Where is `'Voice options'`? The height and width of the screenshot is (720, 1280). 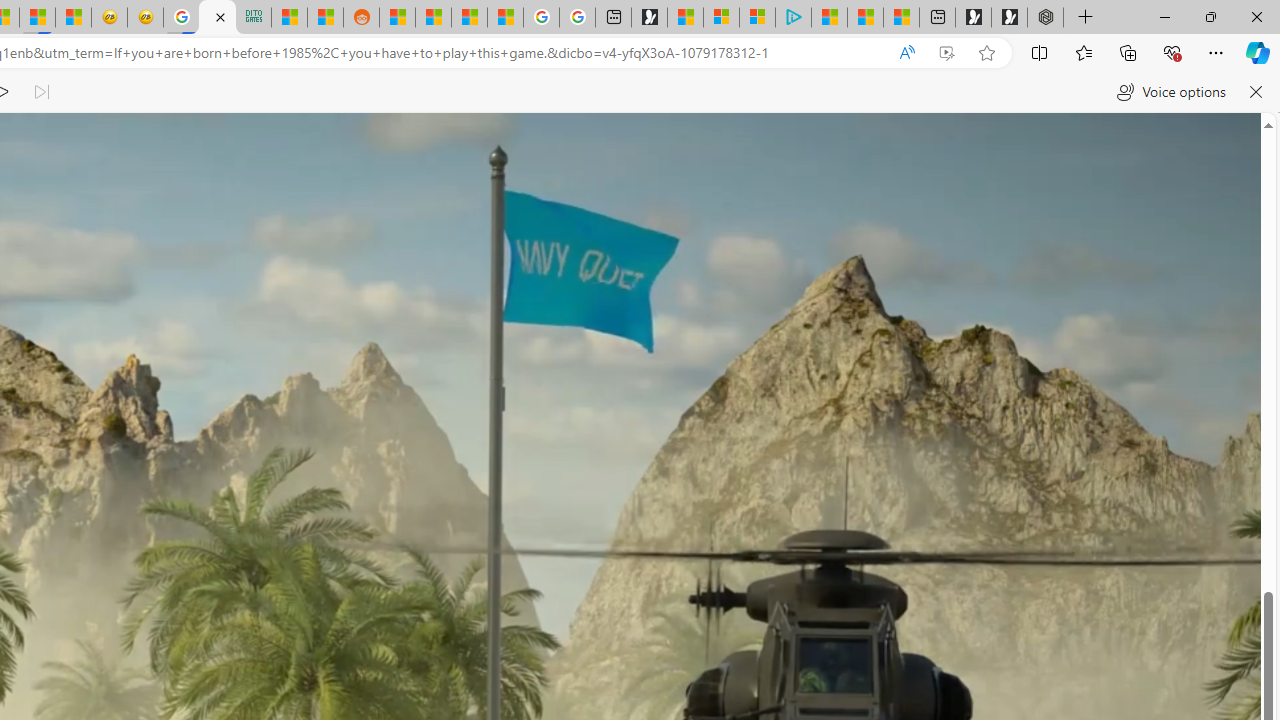 'Voice options' is located at coordinates (1171, 92).